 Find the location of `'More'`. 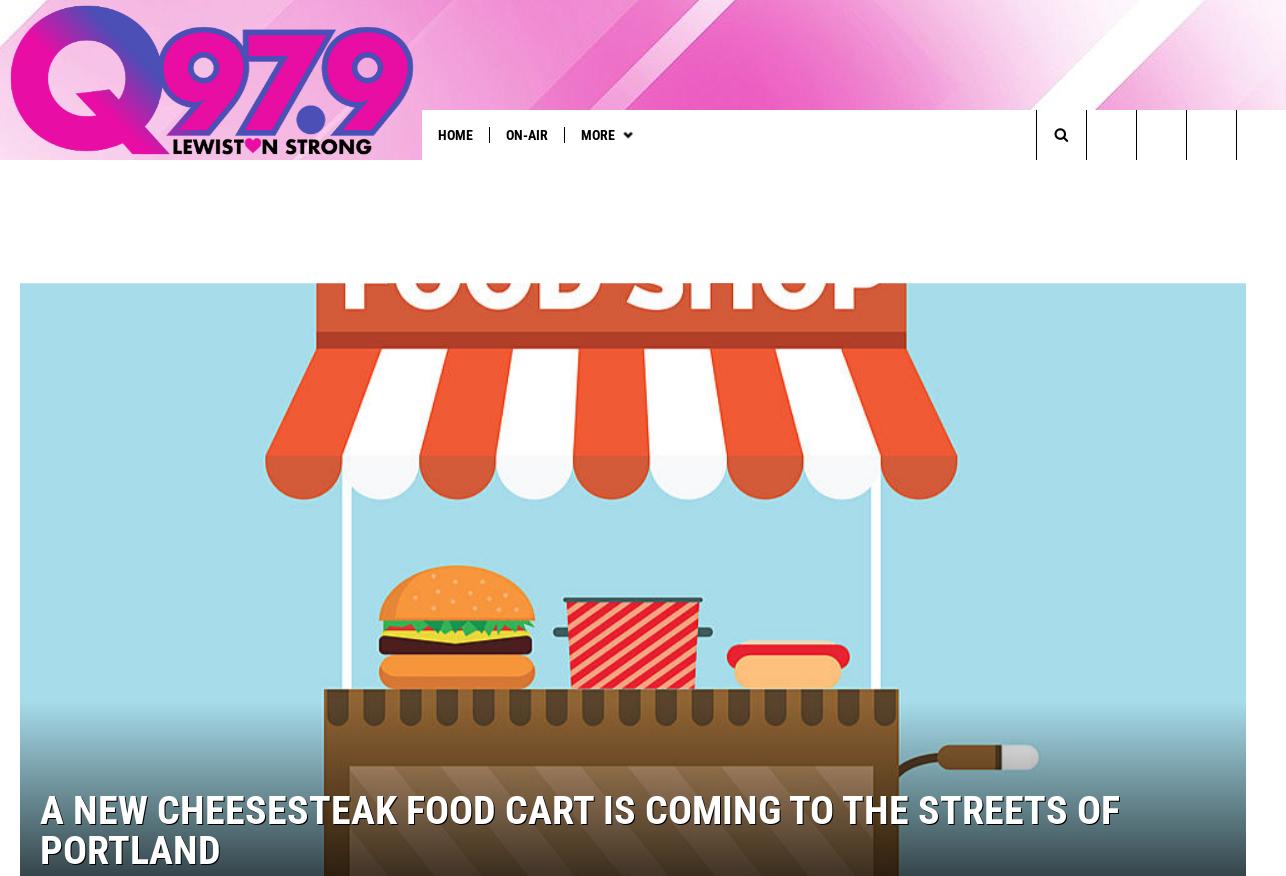

'More' is located at coordinates (578, 133).